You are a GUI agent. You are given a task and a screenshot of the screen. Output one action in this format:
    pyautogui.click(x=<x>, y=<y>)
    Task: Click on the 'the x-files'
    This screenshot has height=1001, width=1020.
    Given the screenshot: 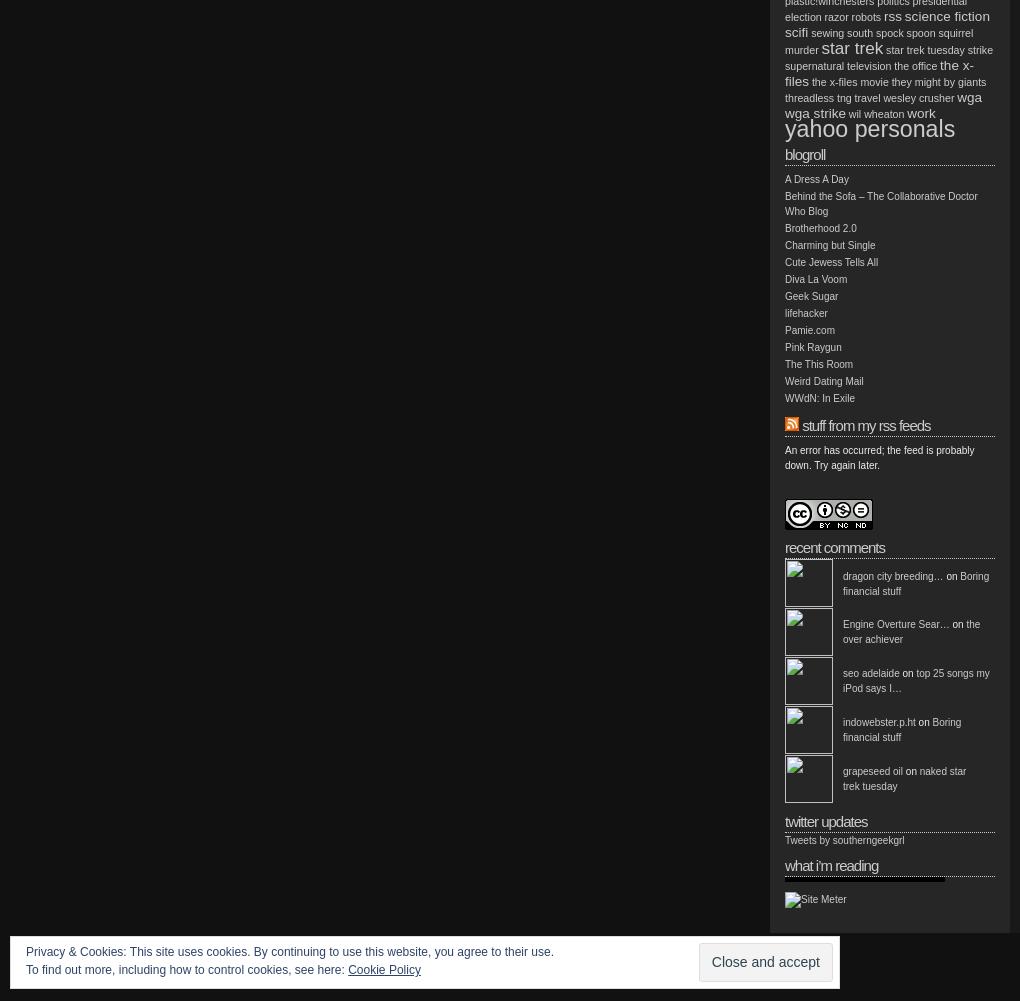 What is the action you would take?
    pyautogui.click(x=783, y=72)
    